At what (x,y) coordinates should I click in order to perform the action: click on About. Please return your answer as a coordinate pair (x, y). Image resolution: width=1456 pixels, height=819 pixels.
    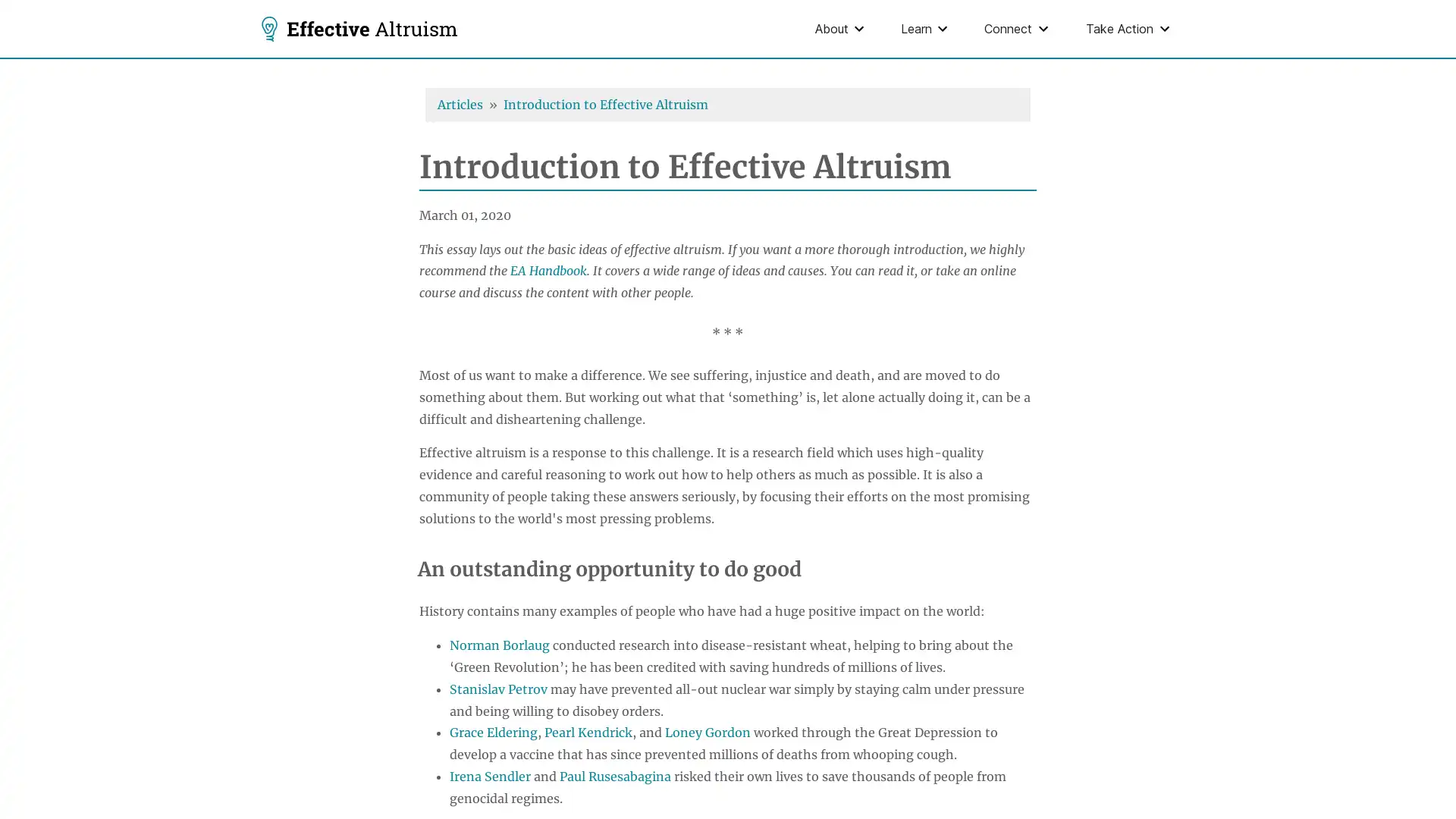
    Looking at the image, I should click on (839, 29).